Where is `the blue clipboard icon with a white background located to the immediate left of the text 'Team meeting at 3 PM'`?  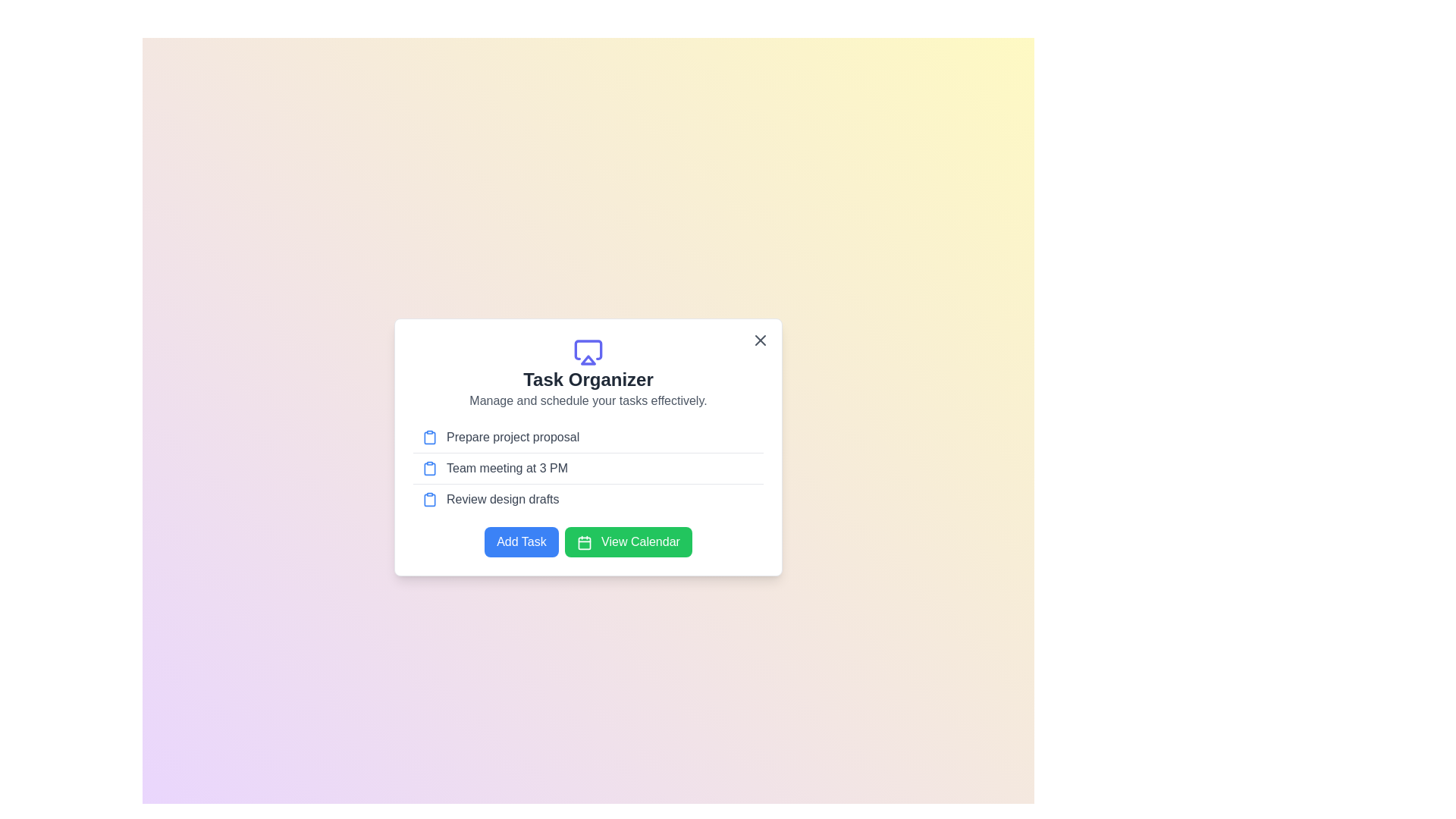
the blue clipboard icon with a white background located to the immediate left of the text 'Team meeting at 3 PM' is located at coordinates (428, 467).